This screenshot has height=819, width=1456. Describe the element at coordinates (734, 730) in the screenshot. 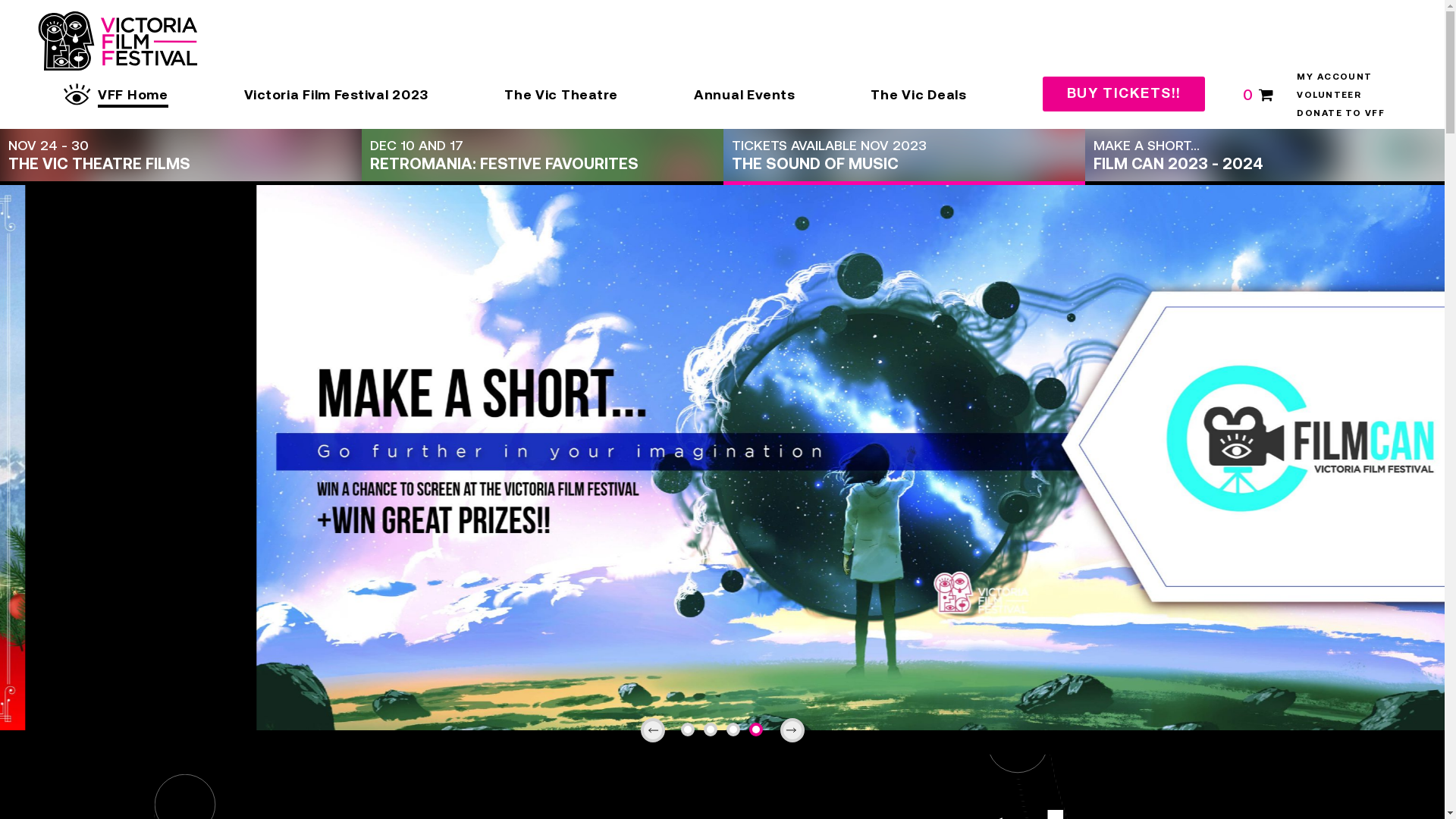

I see `'3'` at that location.